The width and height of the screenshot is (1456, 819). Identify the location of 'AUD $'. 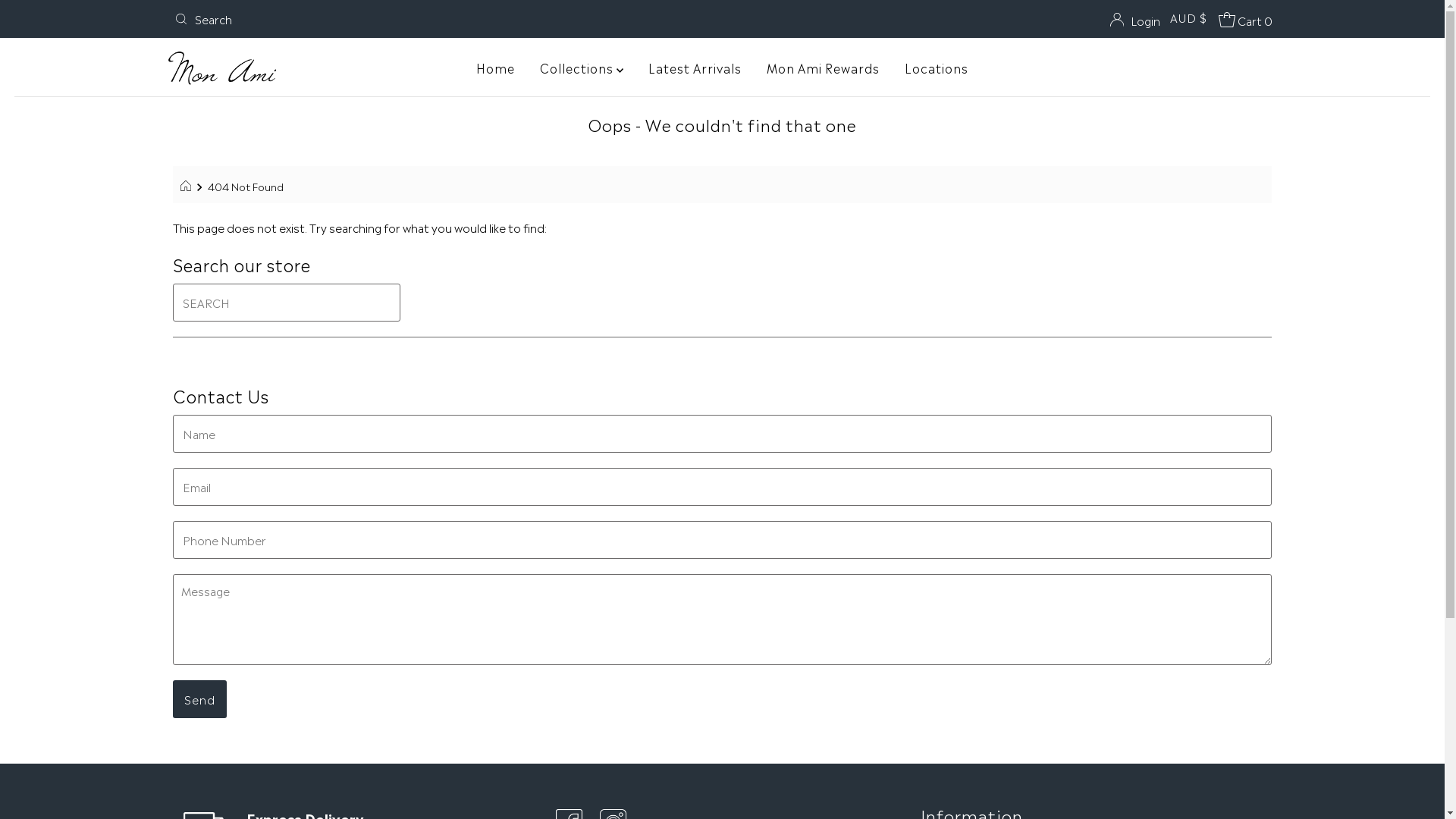
(1188, 17).